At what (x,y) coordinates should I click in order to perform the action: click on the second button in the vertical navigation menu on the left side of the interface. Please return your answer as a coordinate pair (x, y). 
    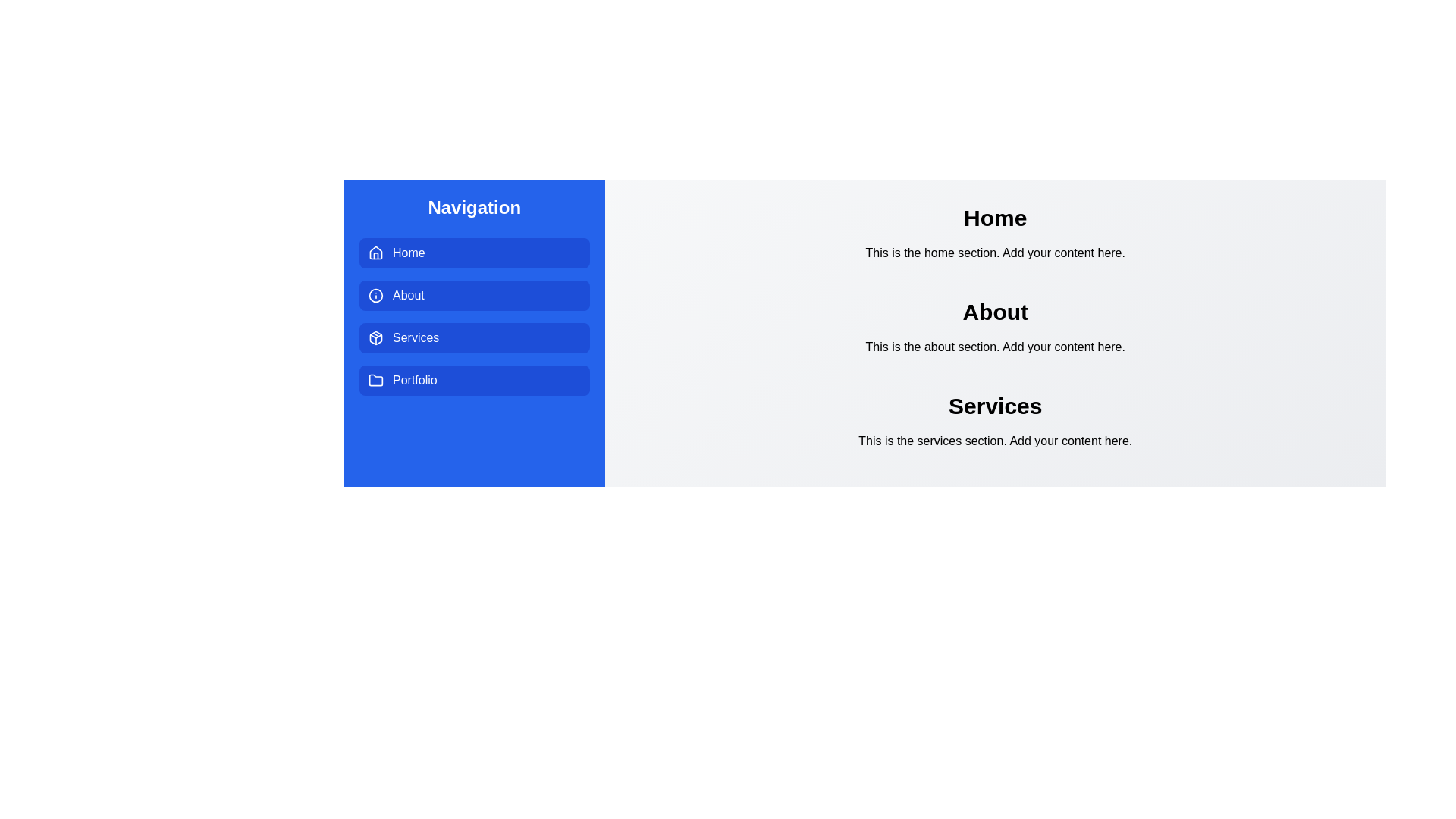
    Looking at the image, I should click on (473, 295).